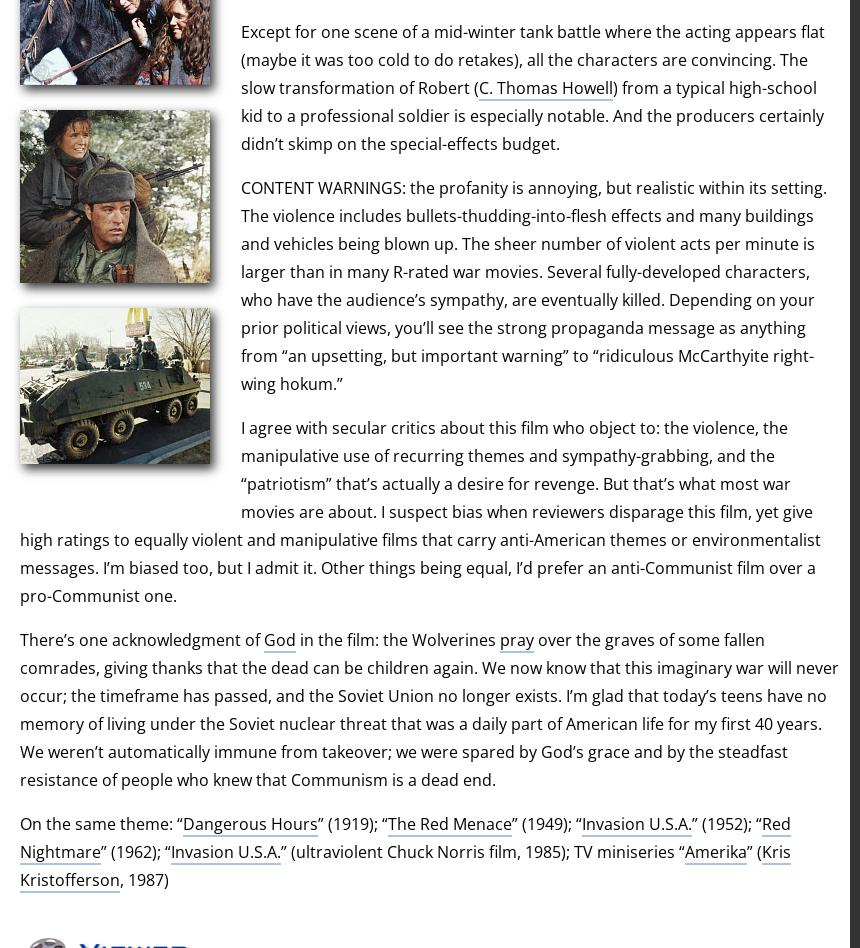 The image size is (860, 948). What do you see at coordinates (546, 824) in the screenshot?
I see `'” (1949); “'` at bounding box center [546, 824].